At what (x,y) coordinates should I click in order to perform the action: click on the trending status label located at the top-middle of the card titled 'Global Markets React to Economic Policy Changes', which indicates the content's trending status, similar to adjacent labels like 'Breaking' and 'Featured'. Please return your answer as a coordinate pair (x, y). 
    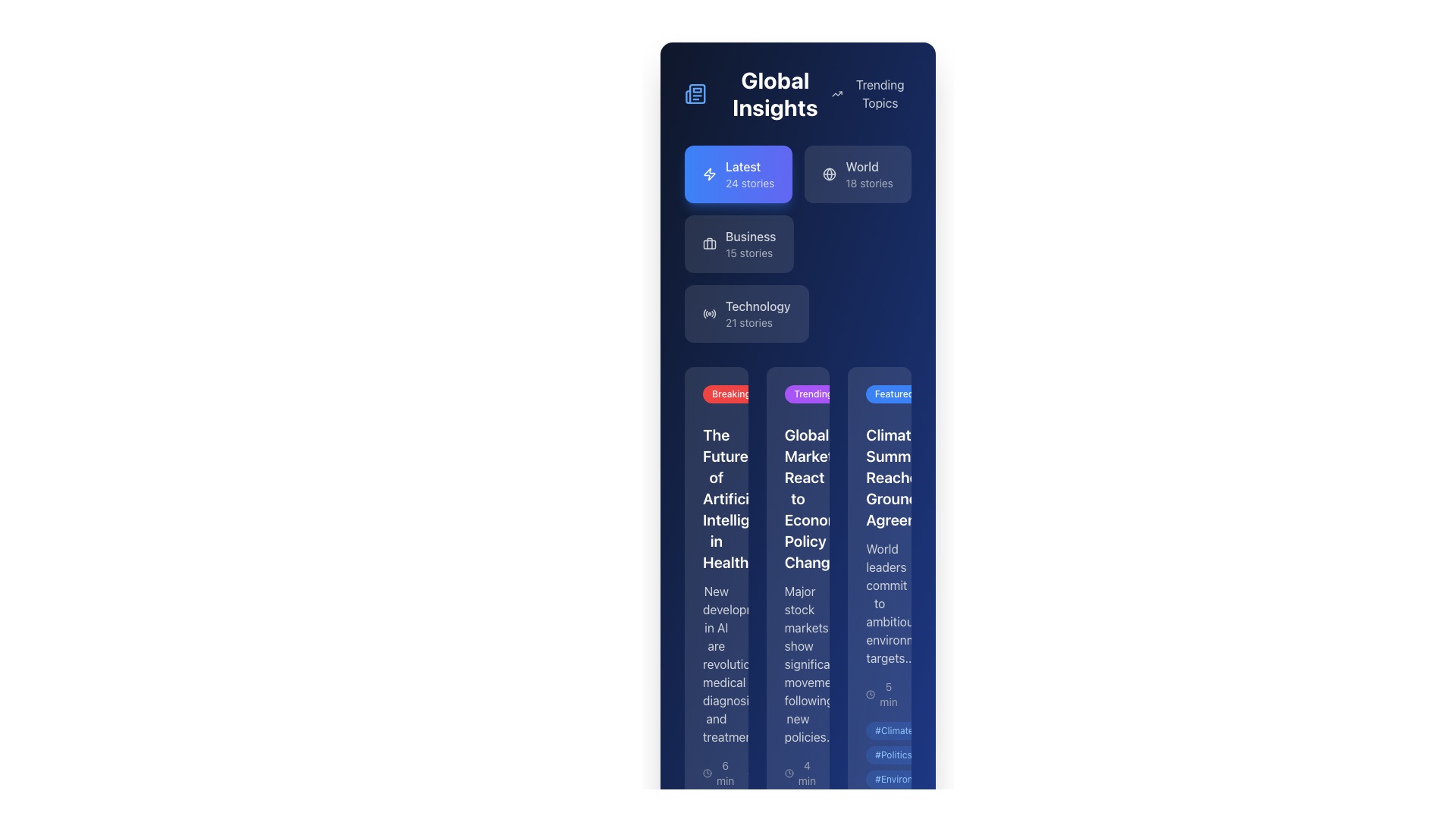
    Looking at the image, I should click on (797, 397).